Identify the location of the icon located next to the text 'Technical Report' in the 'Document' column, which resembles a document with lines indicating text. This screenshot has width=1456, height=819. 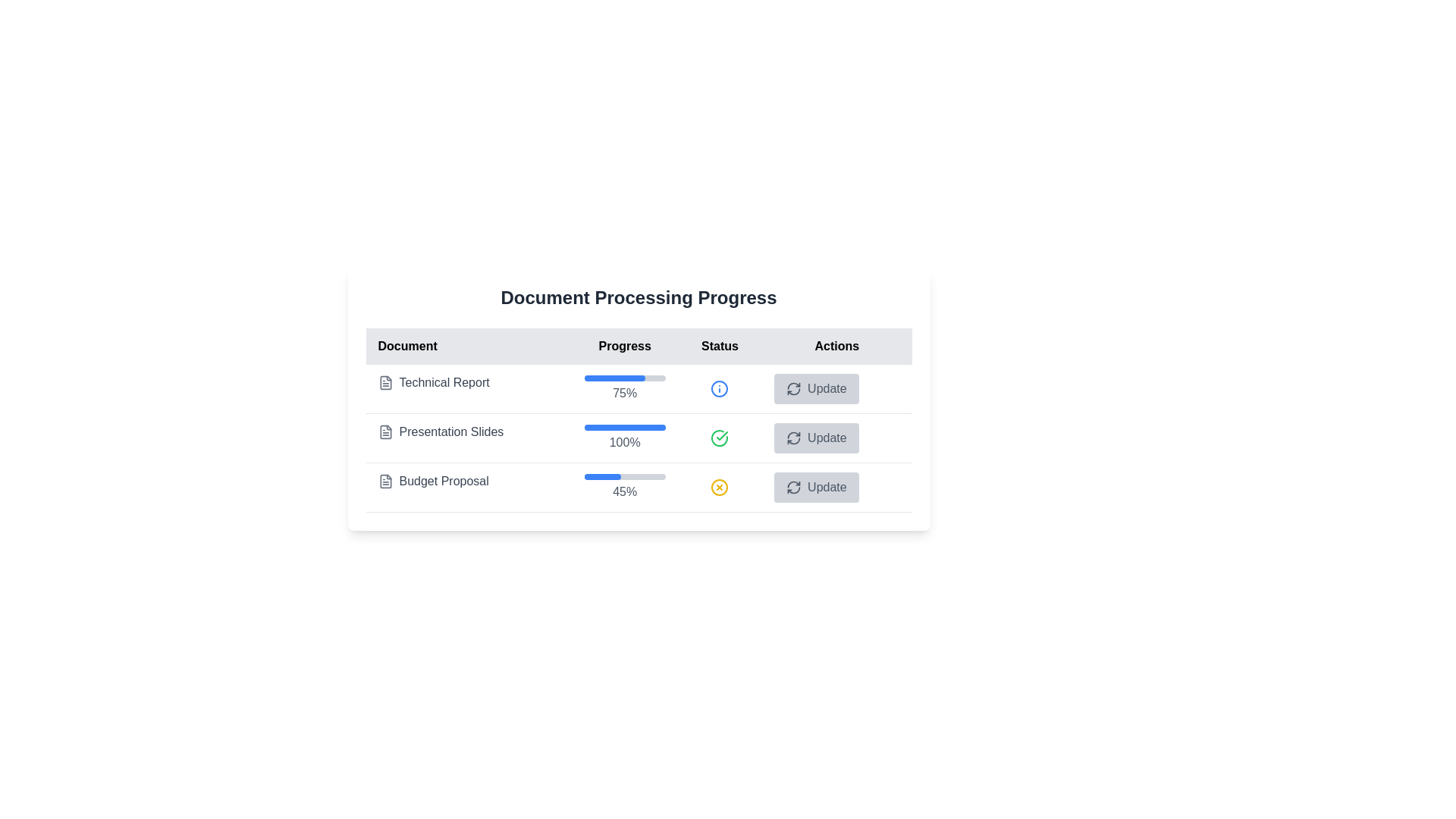
(385, 382).